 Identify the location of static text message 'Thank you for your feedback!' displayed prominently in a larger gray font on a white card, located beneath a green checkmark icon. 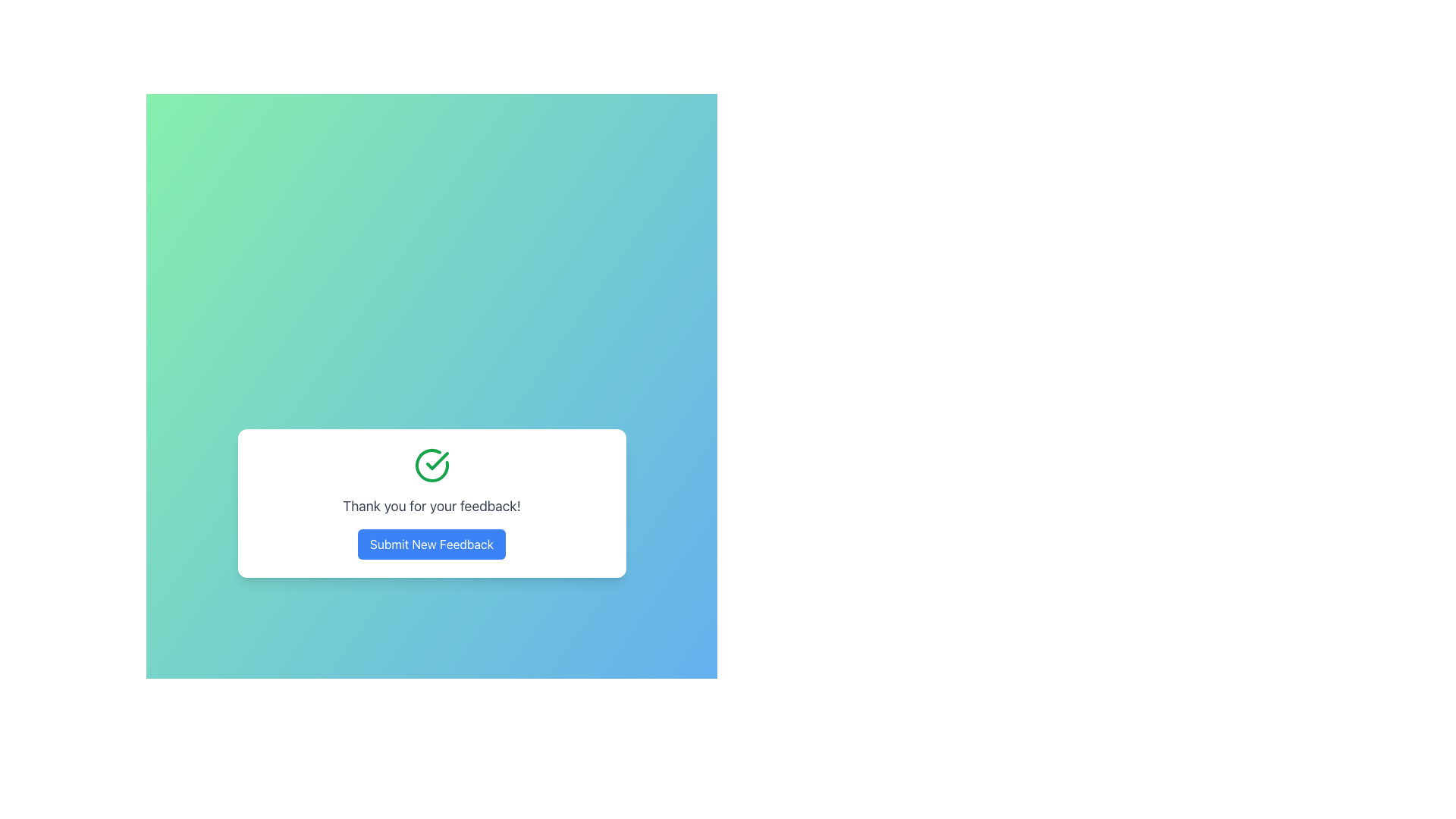
(431, 506).